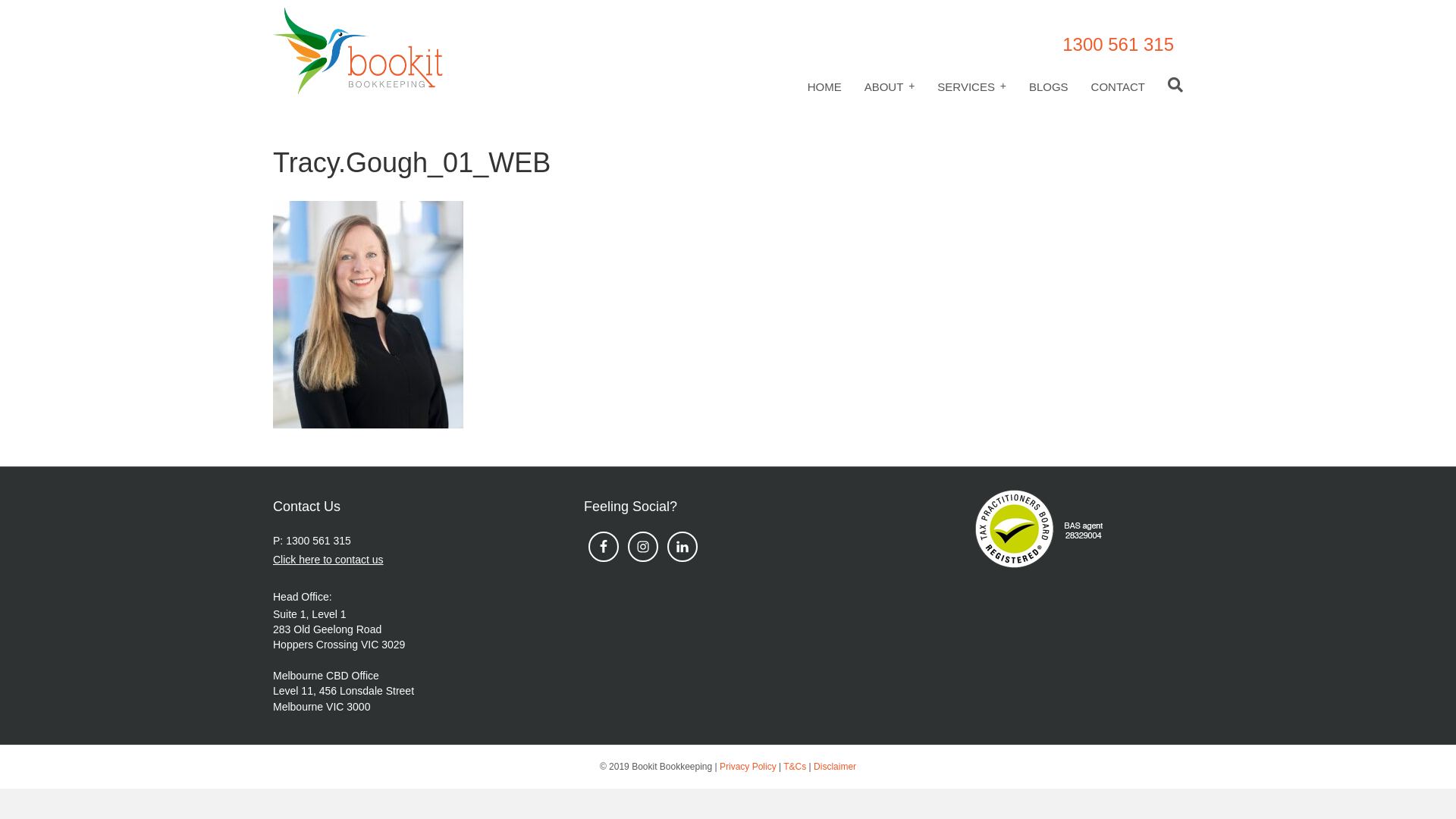 This screenshot has width=1456, height=819. I want to click on '1300 561 315', so click(286, 540).